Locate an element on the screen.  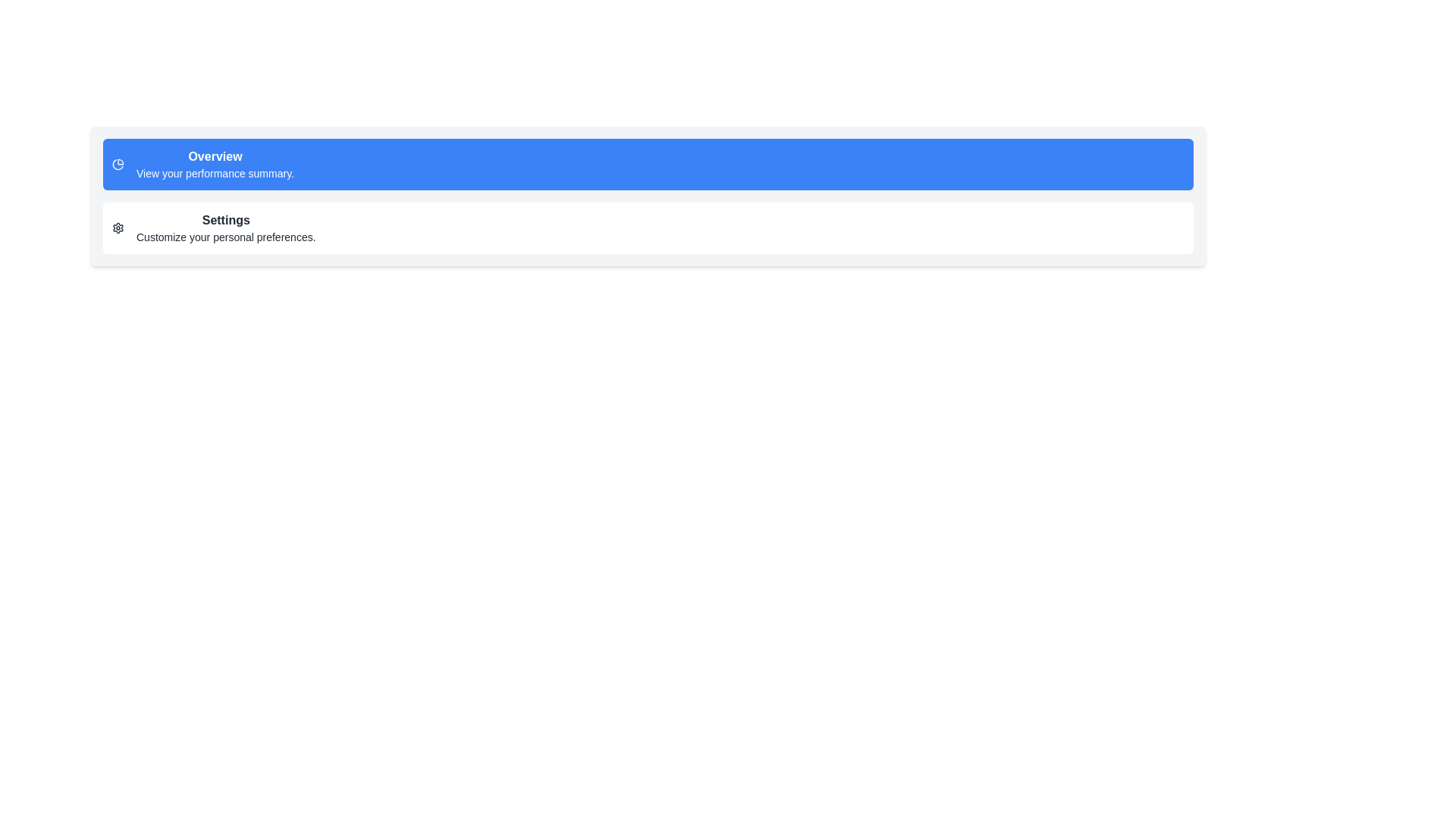
the second menu item in the vertical list is located at coordinates (648, 227).